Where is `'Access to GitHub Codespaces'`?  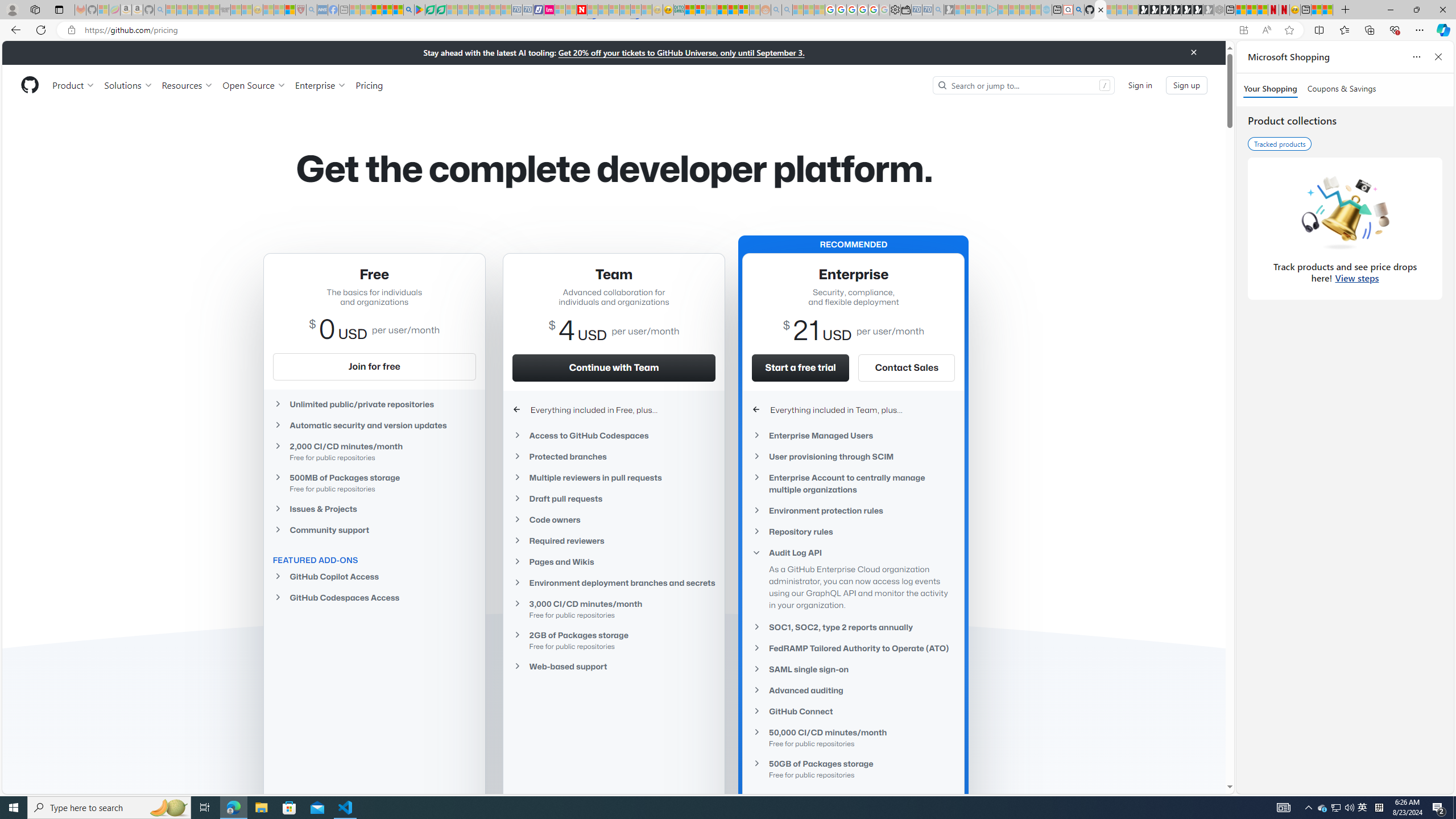
'Access to GitHub Codespaces' is located at coordinates (614, 435).